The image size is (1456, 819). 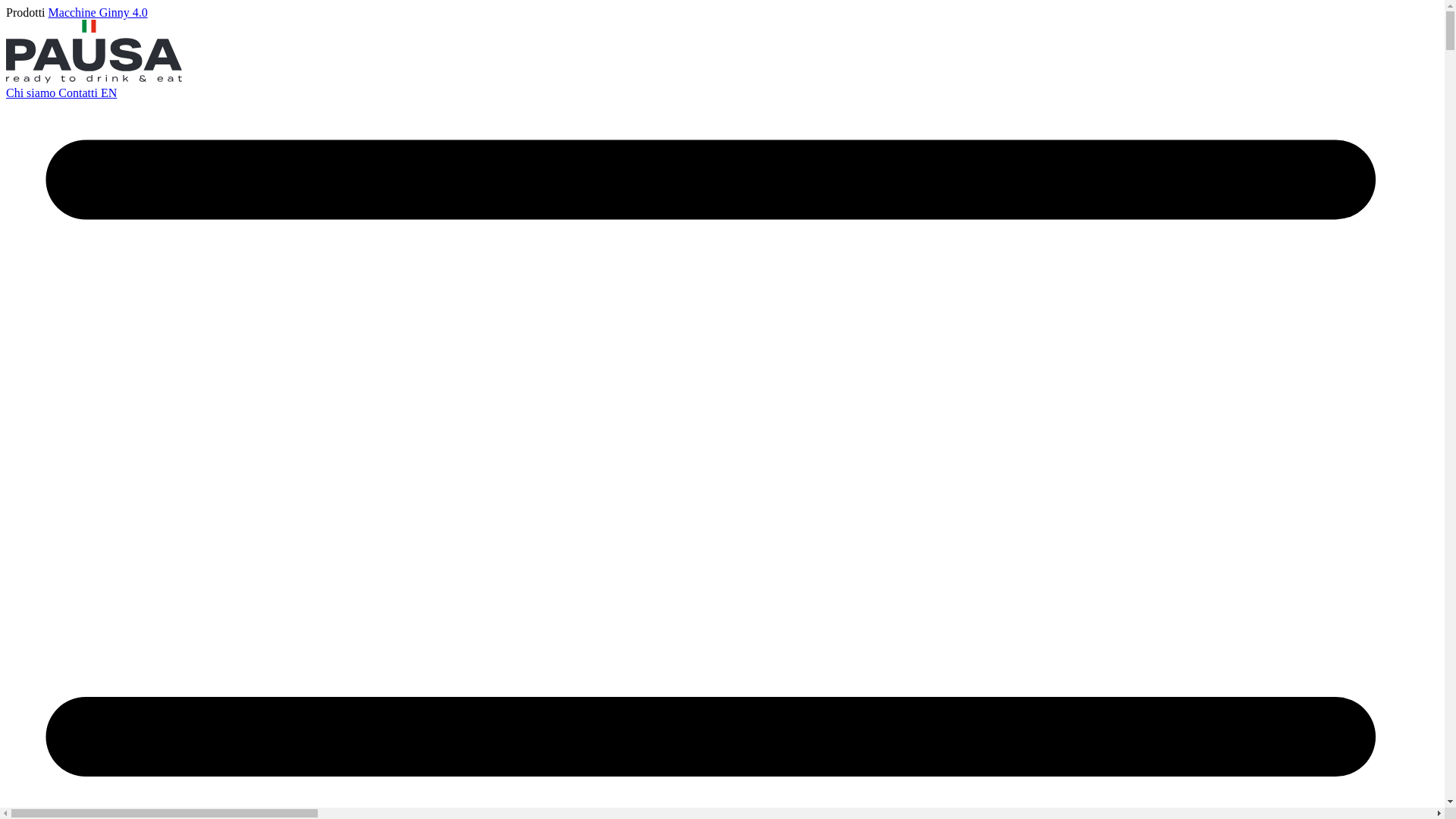 What do you see at coordinates (73, 12) in the screenshot?
I see `'Macchine'` at bounding box center [73, 12].